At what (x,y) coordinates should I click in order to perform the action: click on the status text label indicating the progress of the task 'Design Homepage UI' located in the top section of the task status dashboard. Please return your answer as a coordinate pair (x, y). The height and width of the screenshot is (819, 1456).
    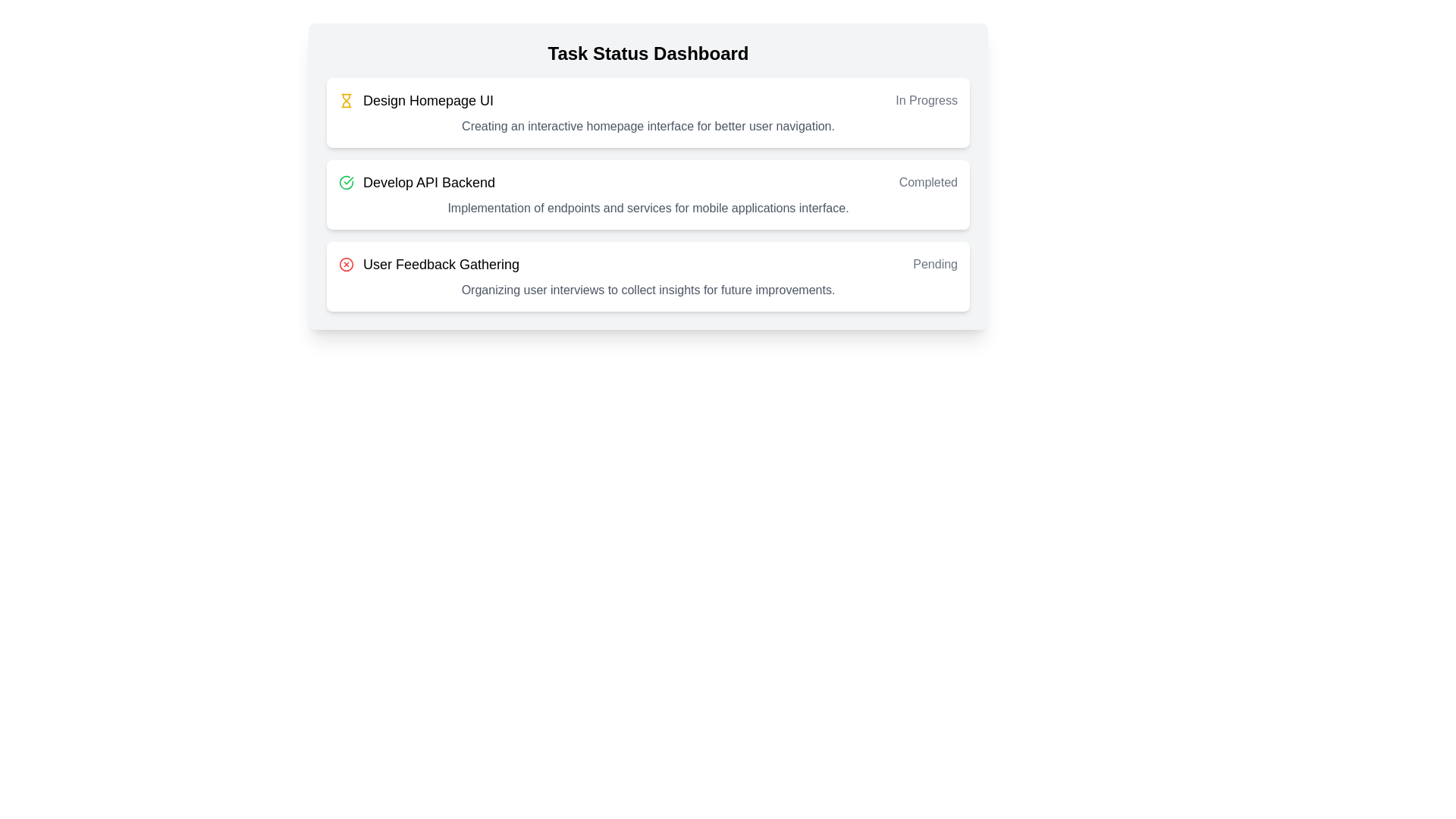
    Looking at the image, I should click on (926, 100).